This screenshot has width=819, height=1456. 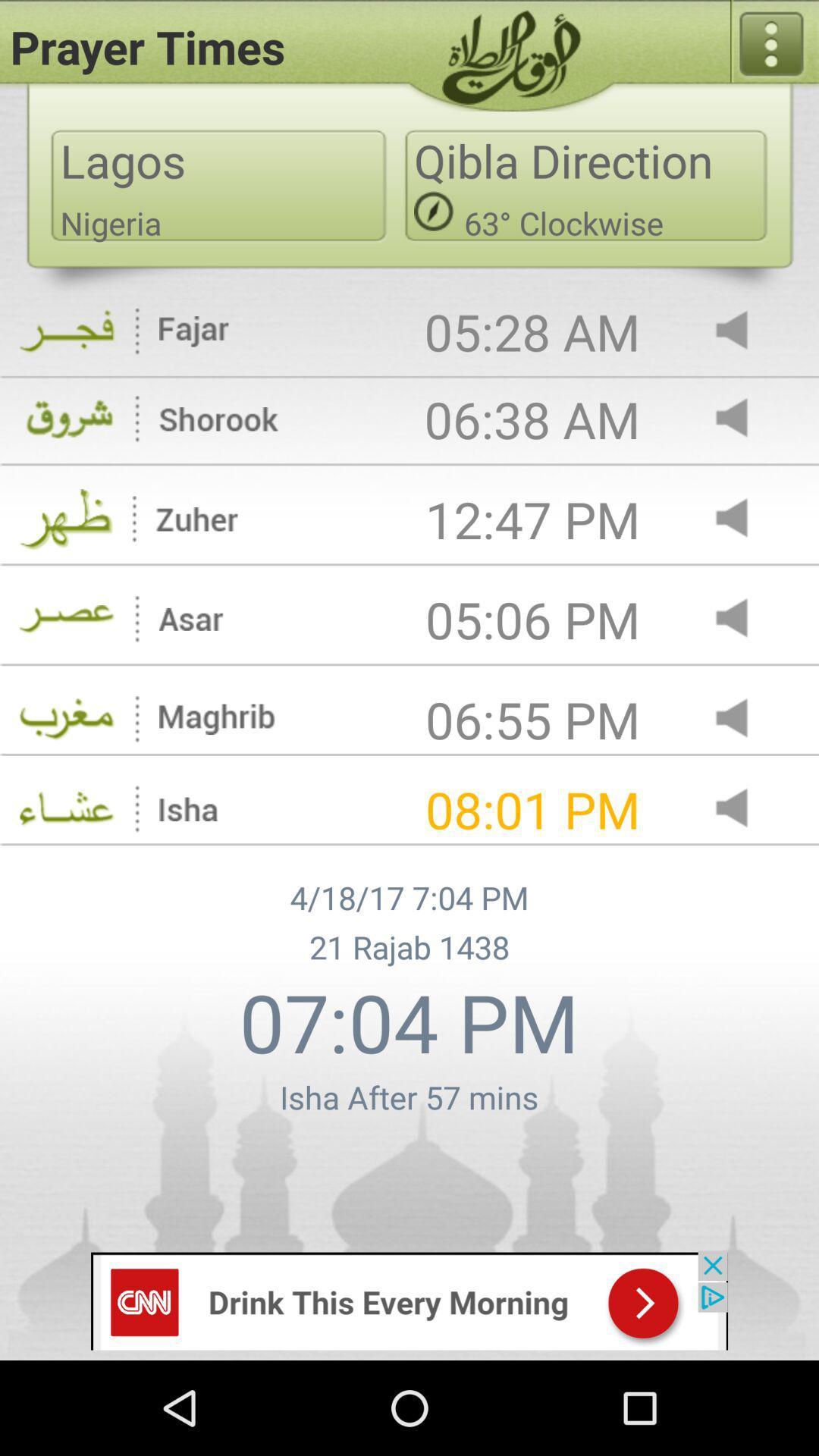 What do you see at coordinates (744, 663) in the screenshot?
I see `the volume icon` at bounding box center [744, 663].